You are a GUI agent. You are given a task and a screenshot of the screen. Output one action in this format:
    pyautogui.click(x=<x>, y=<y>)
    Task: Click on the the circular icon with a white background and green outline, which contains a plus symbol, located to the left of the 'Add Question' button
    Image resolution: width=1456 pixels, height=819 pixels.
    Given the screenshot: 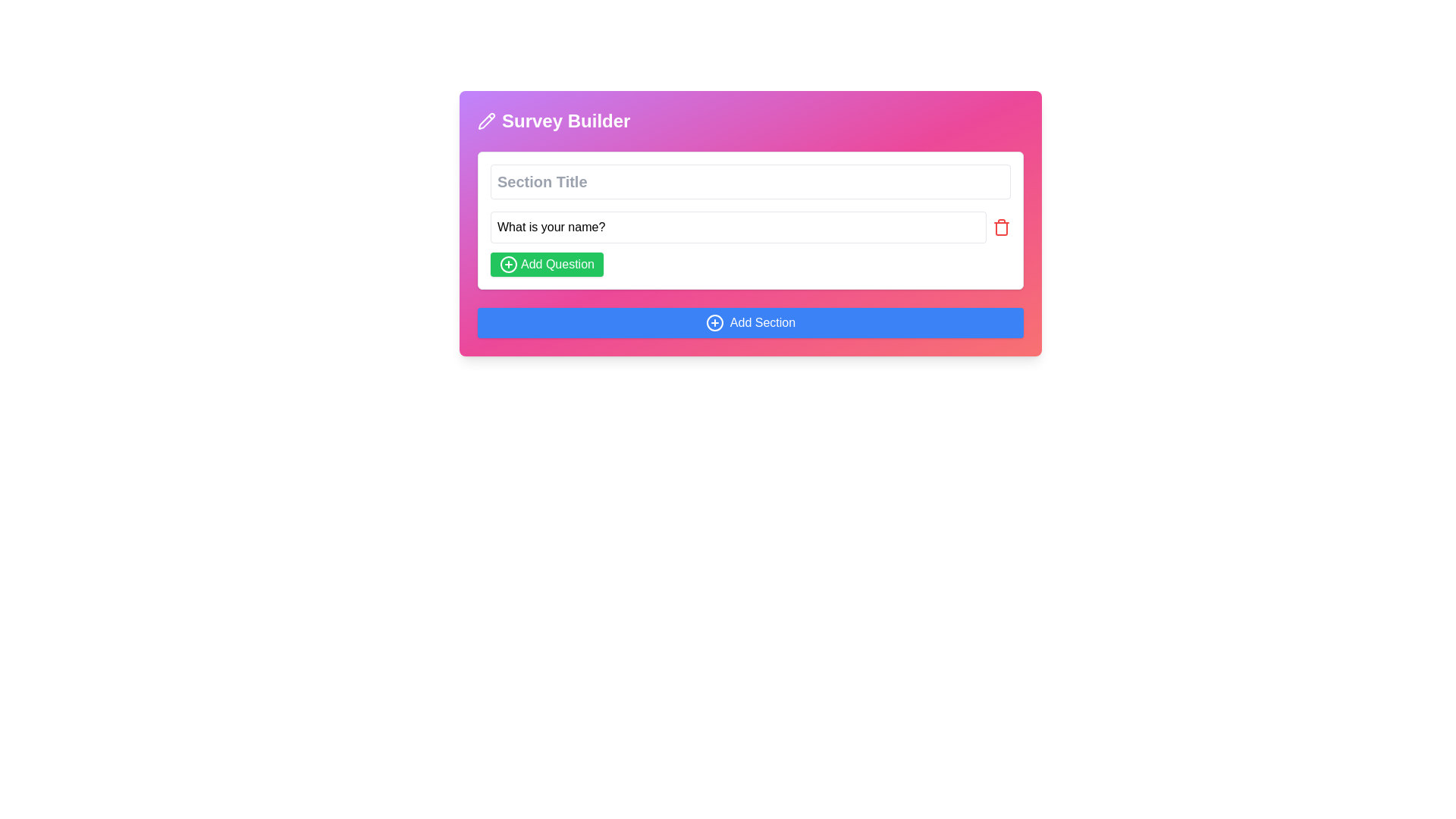 What is the action you would take?
    pyautogui.click(x=509, y=263)
    